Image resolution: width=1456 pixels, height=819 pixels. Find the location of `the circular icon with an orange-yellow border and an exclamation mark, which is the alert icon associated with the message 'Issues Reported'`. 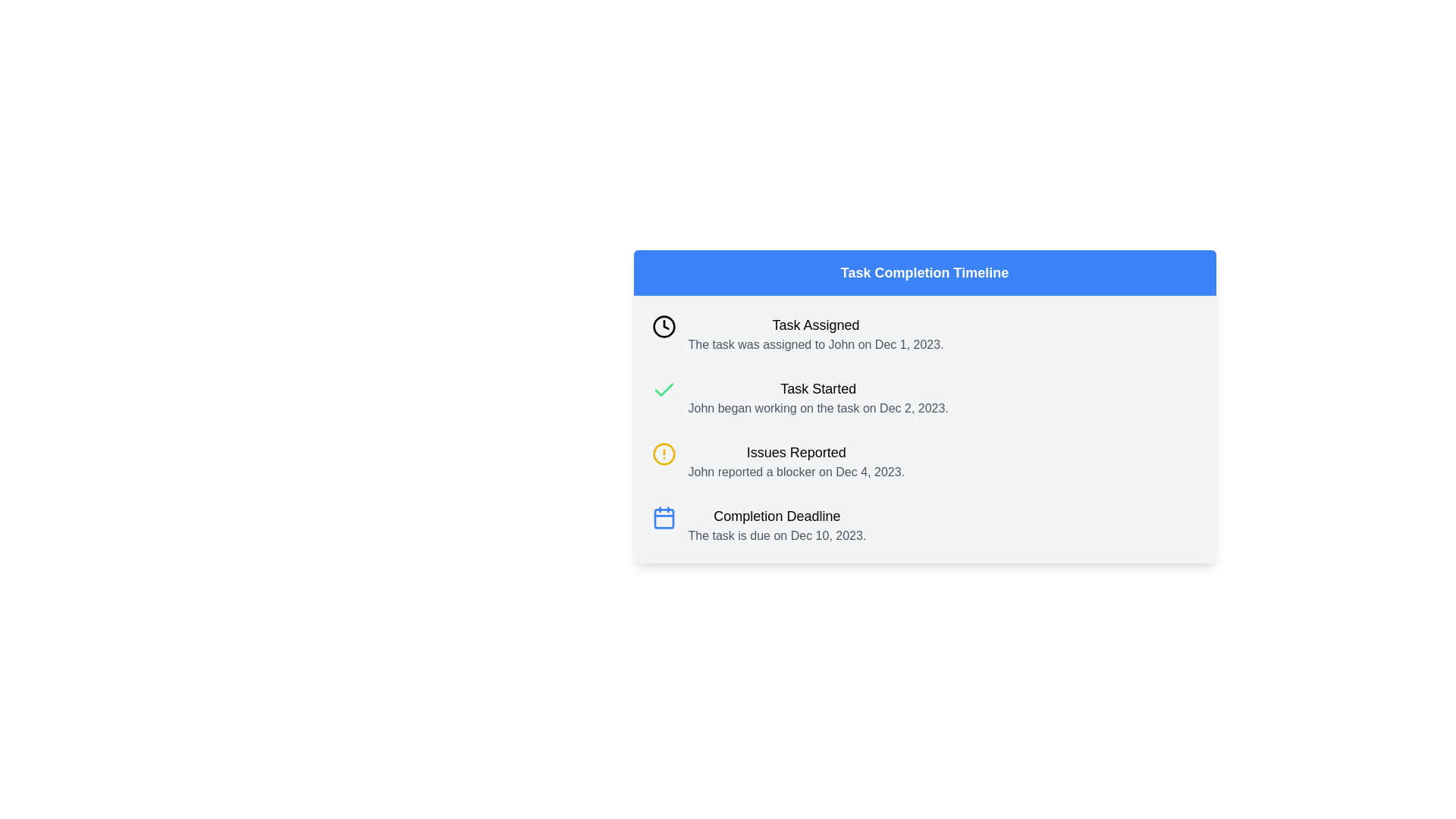

the circular icon with an orange-yellow border and an exclamation mark, which is the alert icon associated with the message 'Issues Reported' is located at coordinates (664, 453).